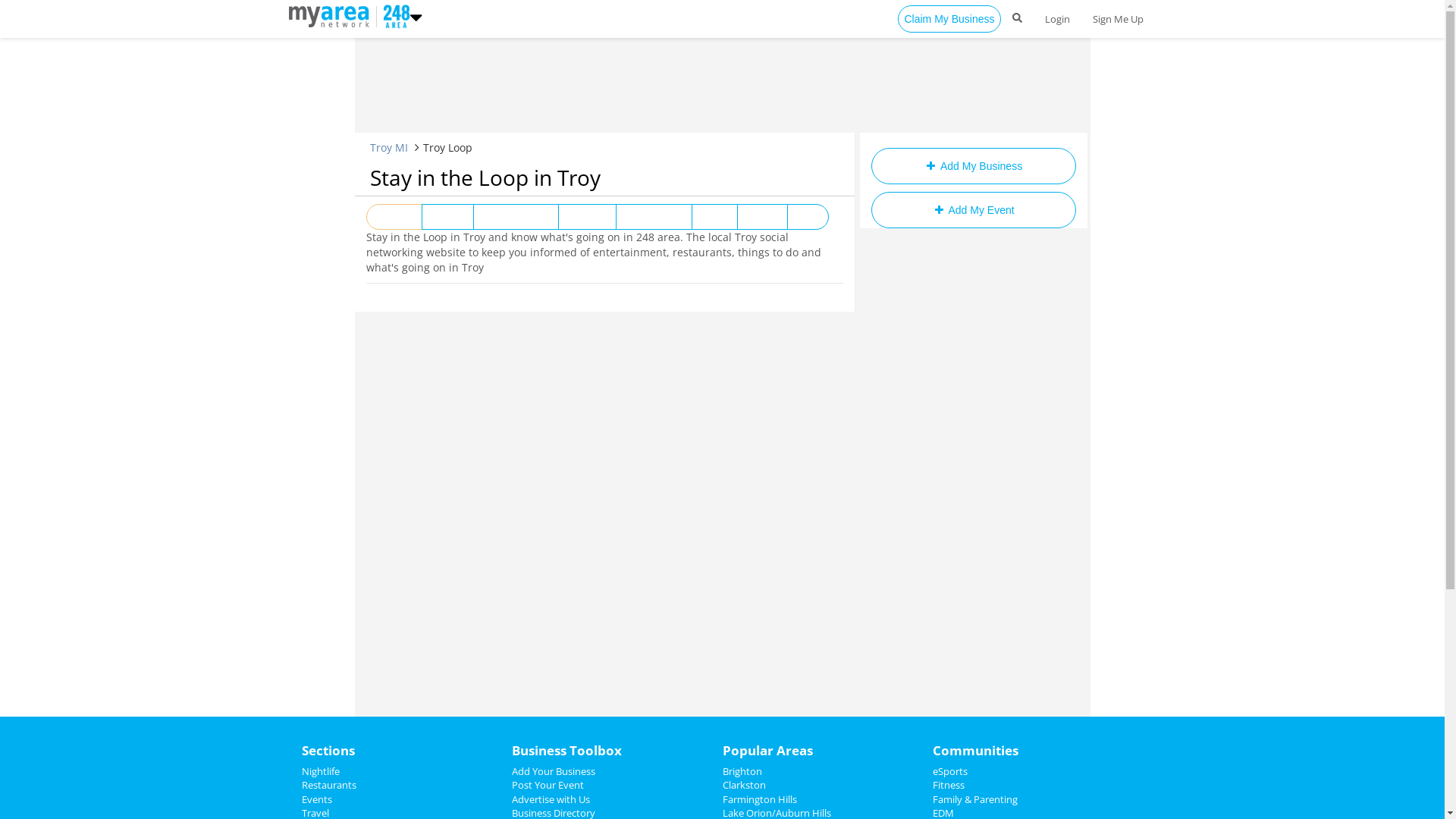 The image size is (1456, 819). I want to click on 'View All', so click(394, 216).